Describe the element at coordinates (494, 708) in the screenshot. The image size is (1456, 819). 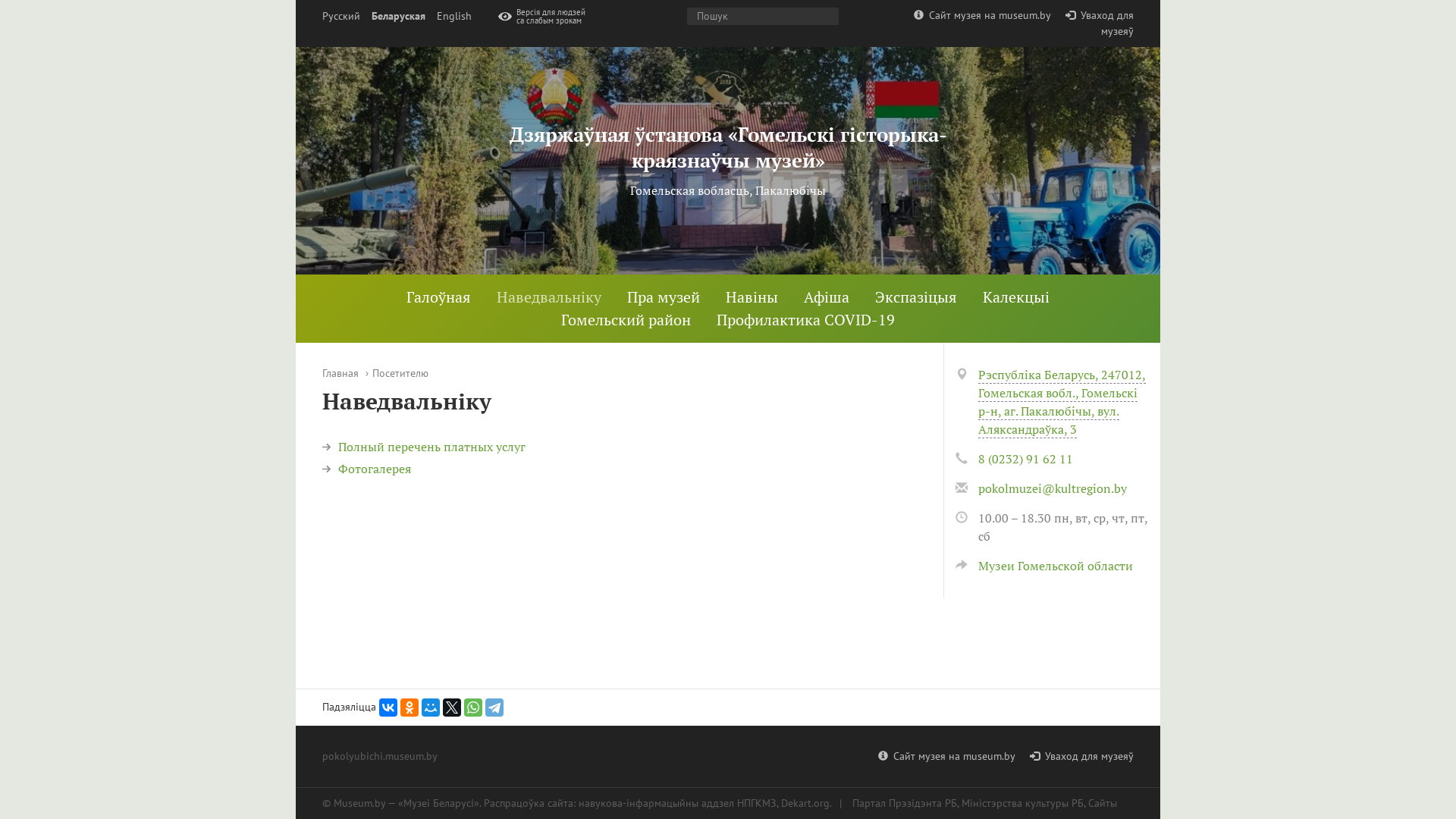
I see `'Telegram'` at that location.